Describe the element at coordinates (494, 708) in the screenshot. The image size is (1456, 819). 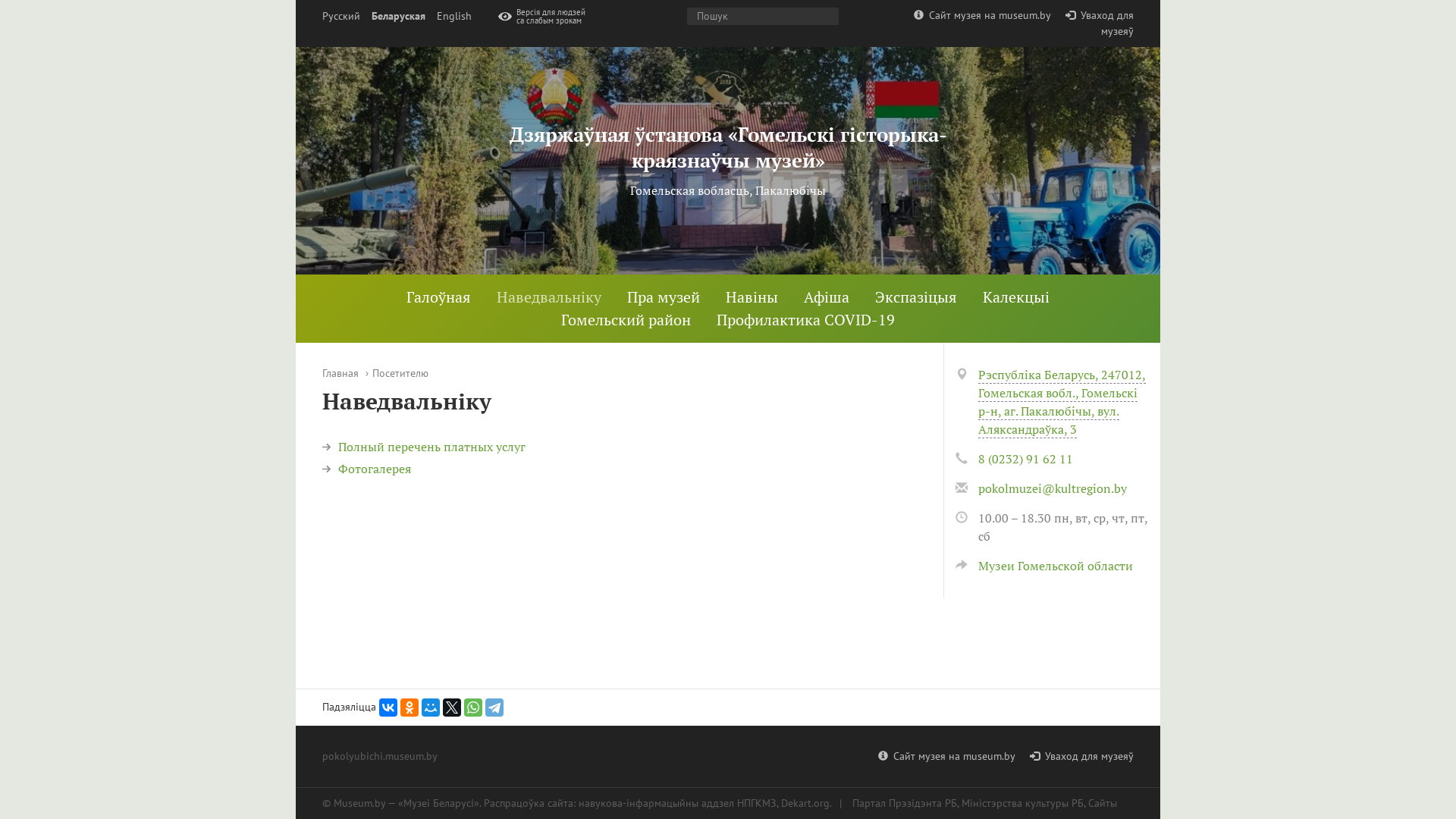
I see `'Telegram'` at that location.